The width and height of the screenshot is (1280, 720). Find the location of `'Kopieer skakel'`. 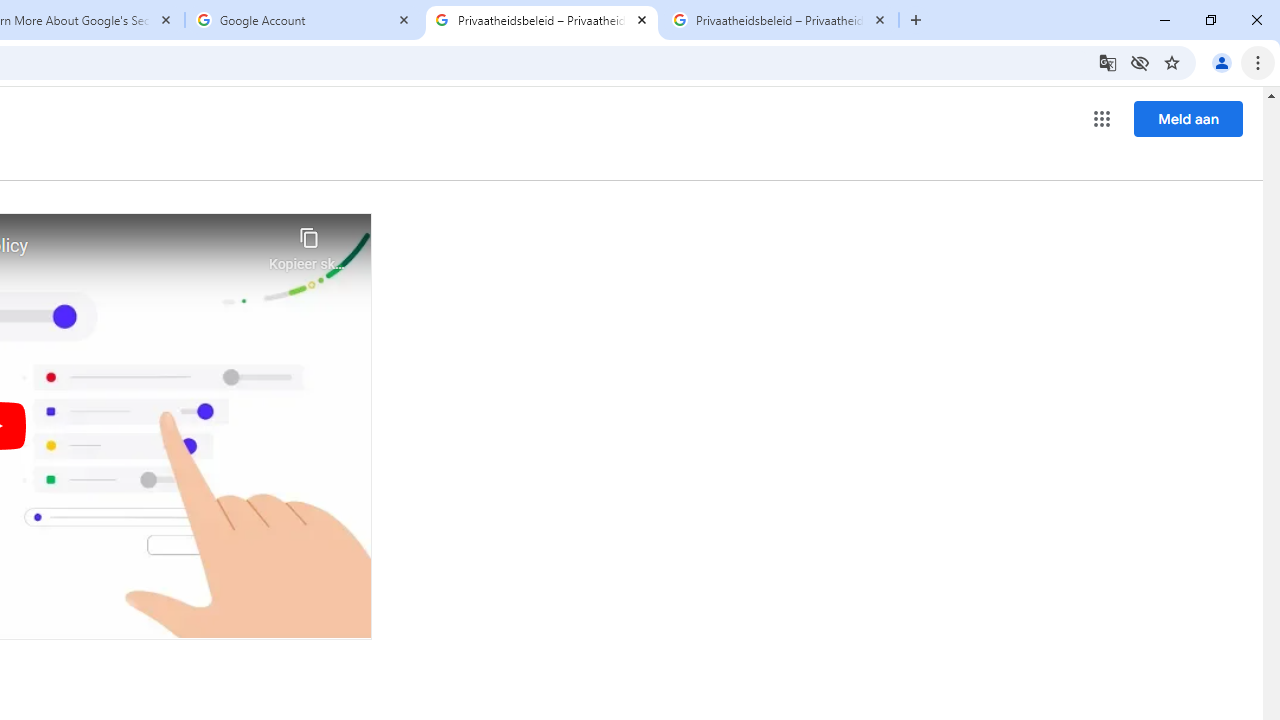

'Kopieer skakel' is located at coordinates (308, 243).